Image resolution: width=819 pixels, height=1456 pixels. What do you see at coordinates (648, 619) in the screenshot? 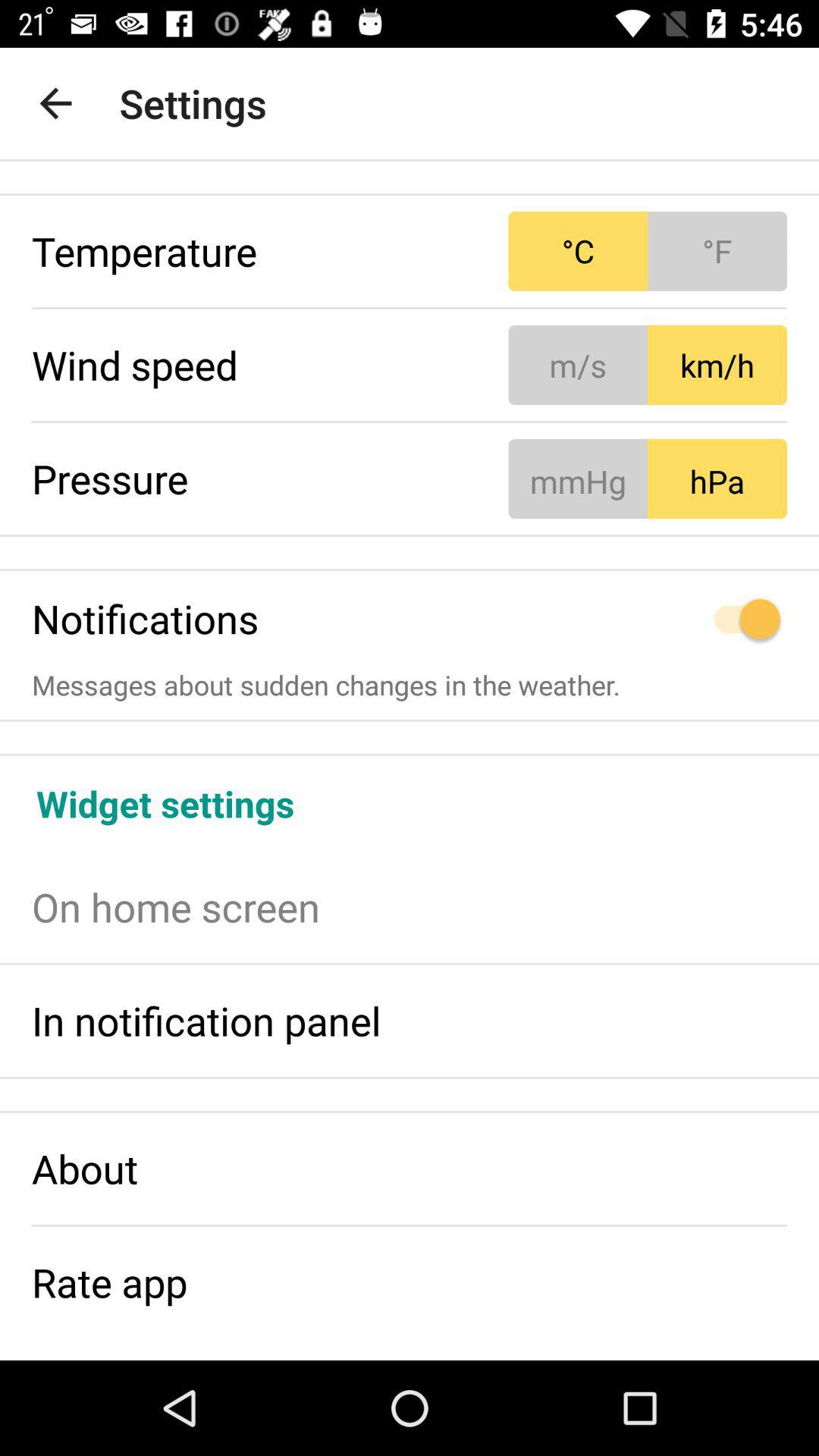
I see `the item next to notifications` at bounding box center [648, 619].